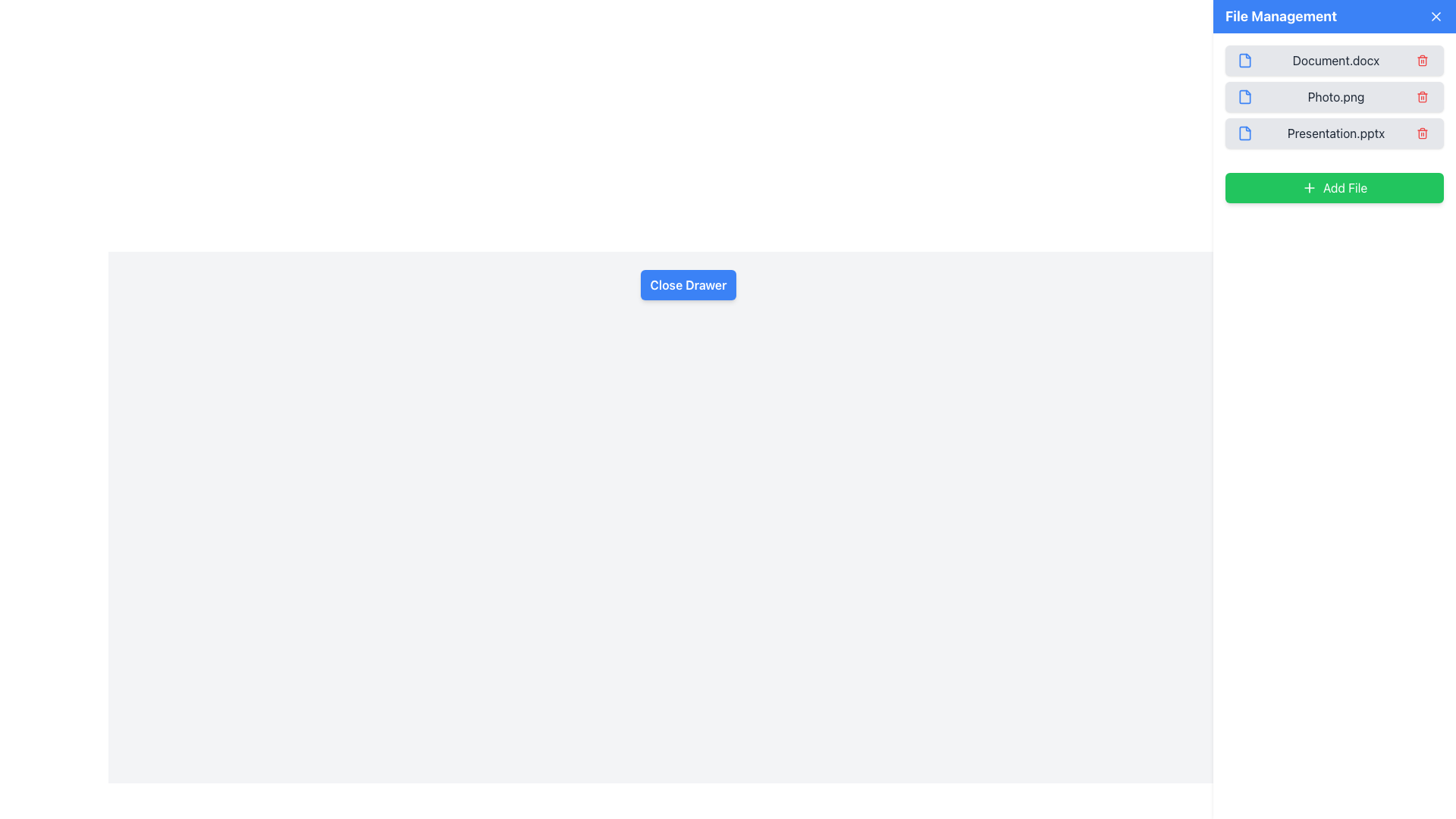  Describe the element at coordinates (1335, 133) in the screenshot. I see `to select the list item displaying the filename 'Presentation.pptx' in the file manager's right-side panel labeled 'File Management'` at that location.